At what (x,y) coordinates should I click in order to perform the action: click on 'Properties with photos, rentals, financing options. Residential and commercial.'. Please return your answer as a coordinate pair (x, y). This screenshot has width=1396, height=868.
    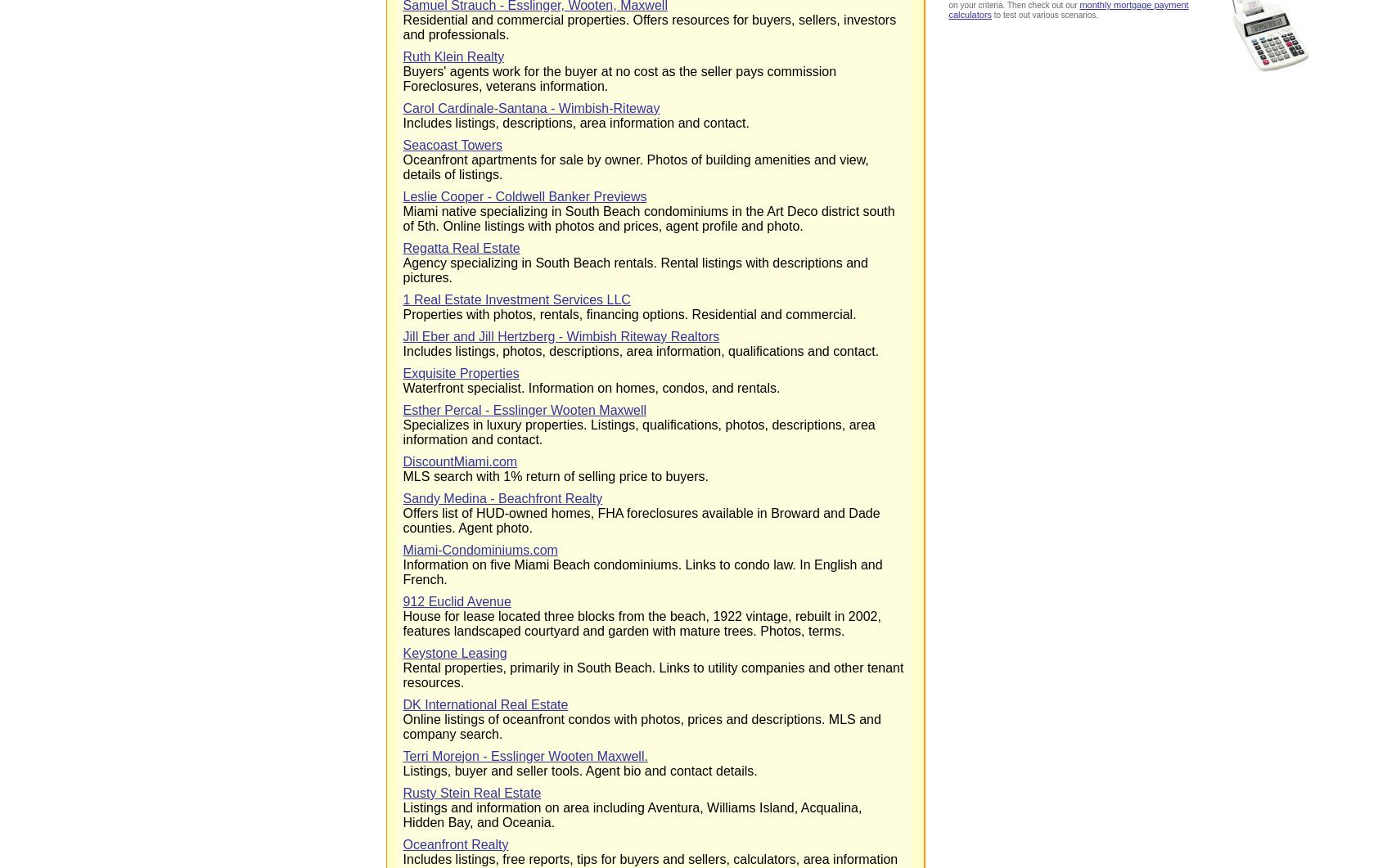
    Looking at the image, I should click on (628, 314).